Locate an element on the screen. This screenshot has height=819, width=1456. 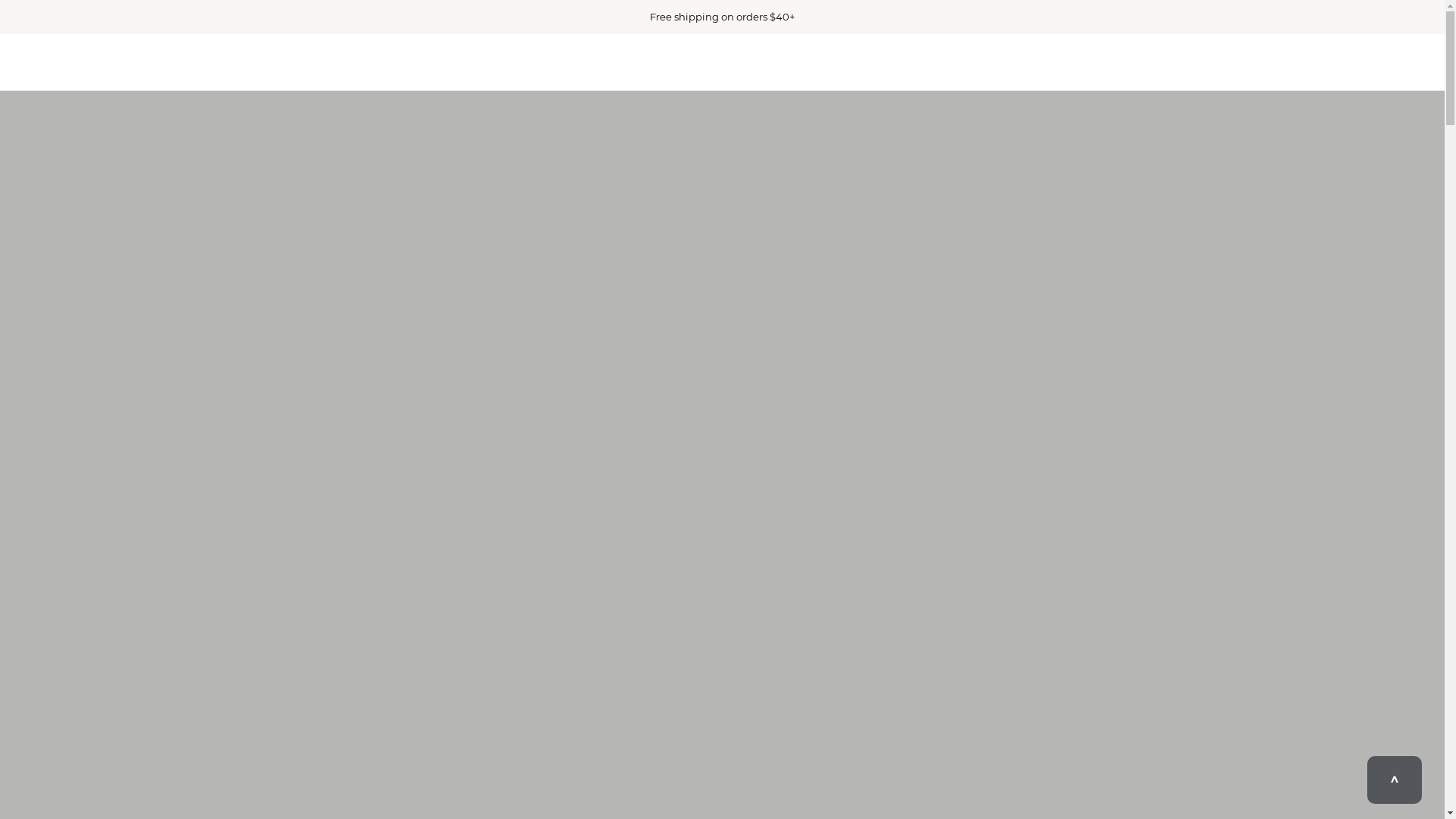
'^' is located at coordinates (1367, 780).